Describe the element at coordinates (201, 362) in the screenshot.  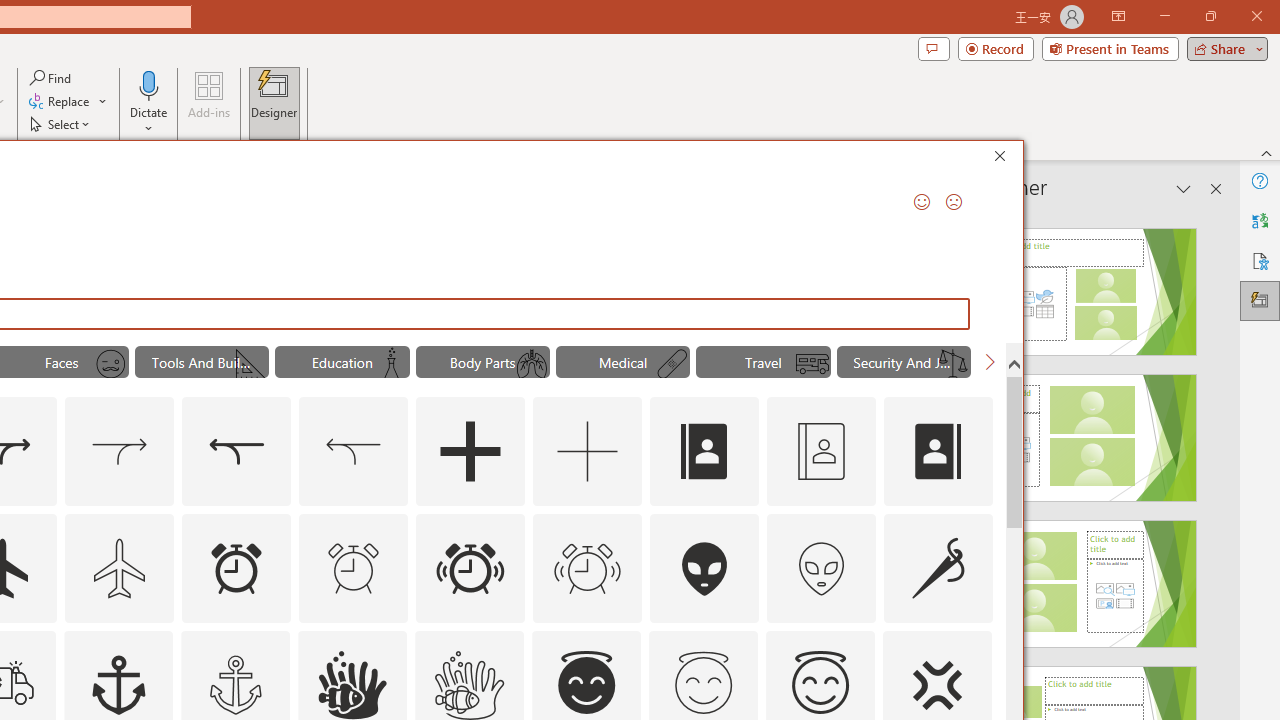
I see `'"Tools And Building" Icons.'` at that location.